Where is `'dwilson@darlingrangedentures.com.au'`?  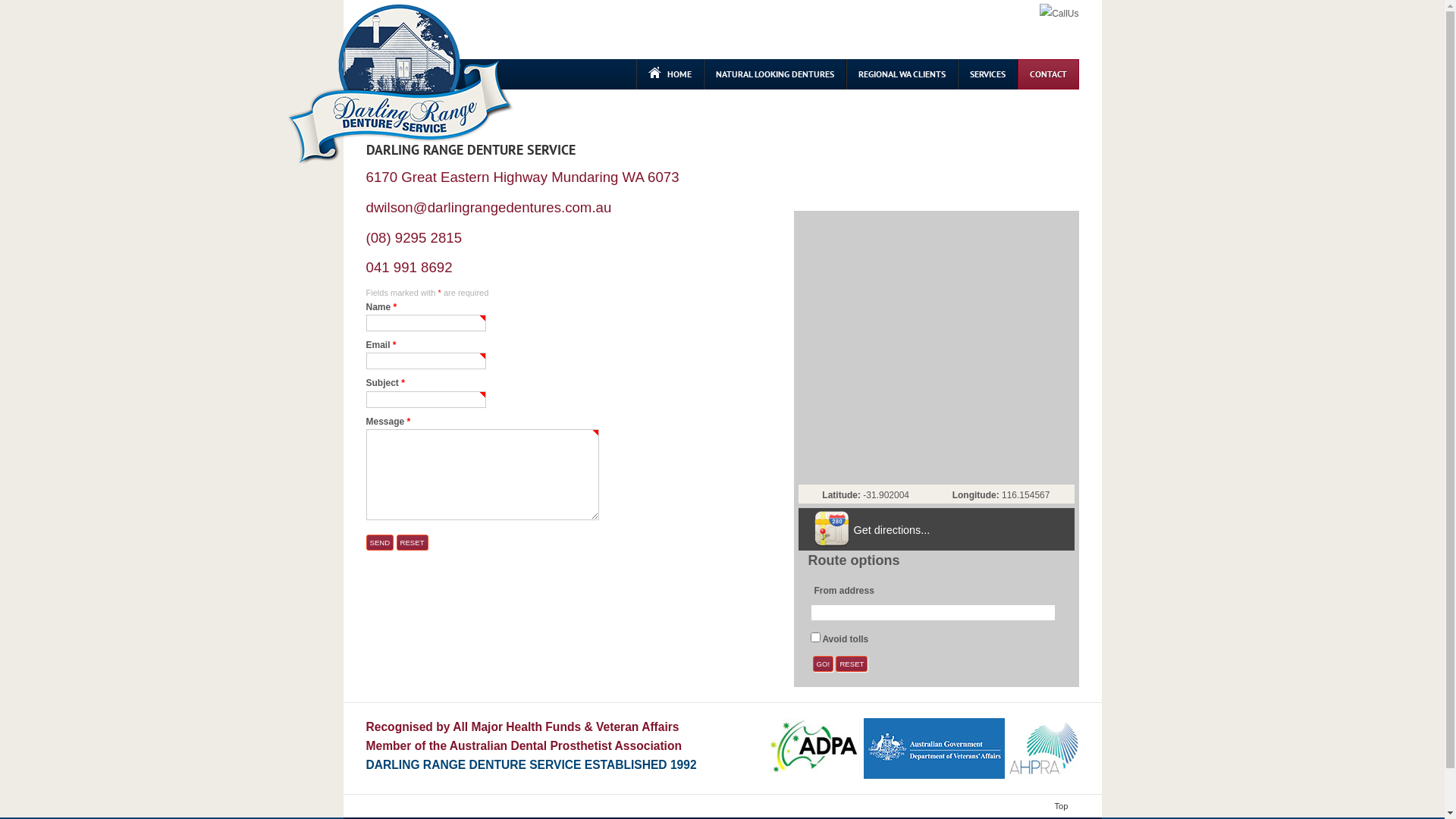 'dwilson@darlingrangedentures.com.au' is located at coordinates (488, 207).